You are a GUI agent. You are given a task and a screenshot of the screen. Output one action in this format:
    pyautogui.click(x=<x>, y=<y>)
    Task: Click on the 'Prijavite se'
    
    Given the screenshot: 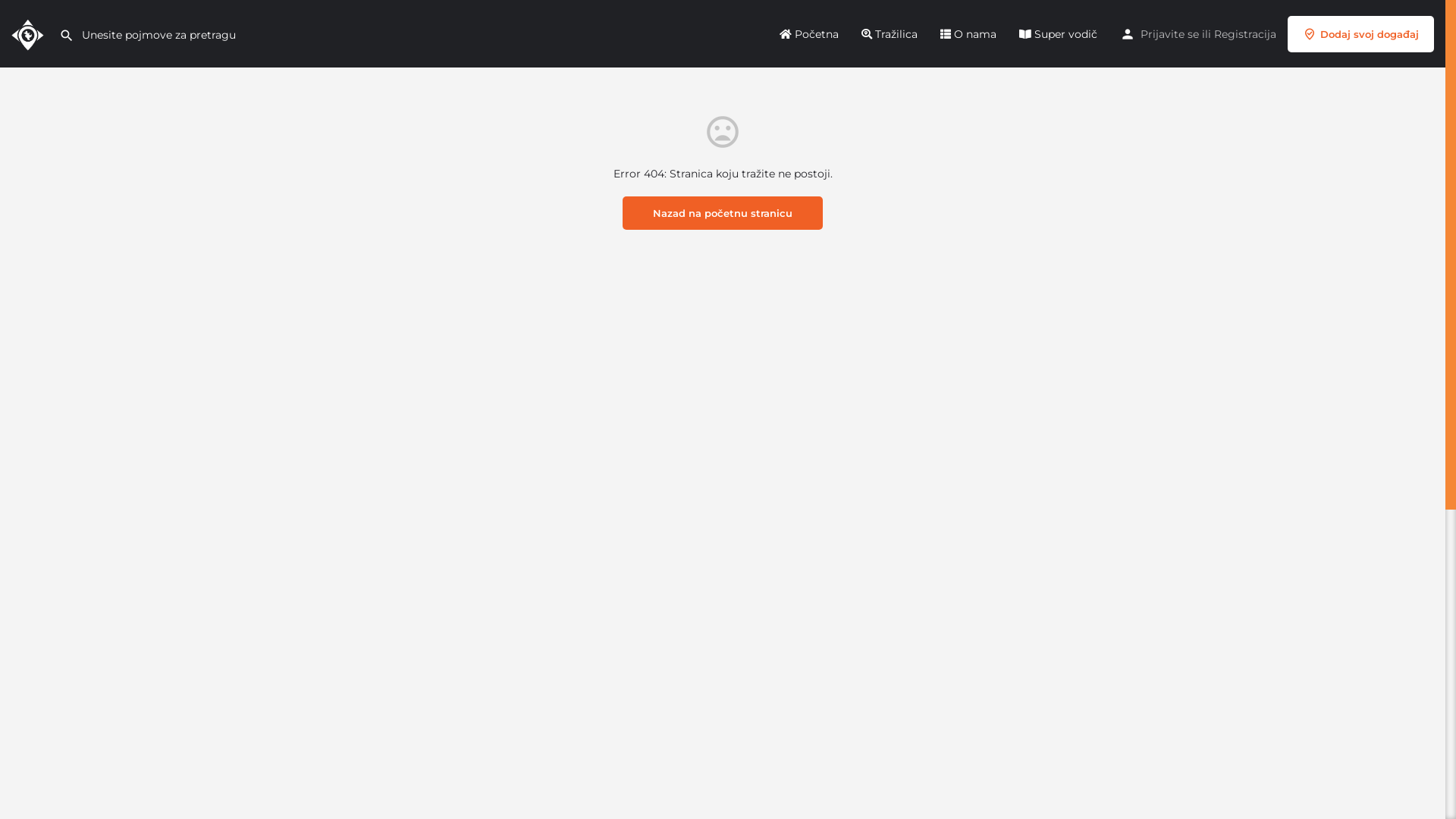 What is the action you would take?
    pyautogui.click(x=1169, y=33)
    